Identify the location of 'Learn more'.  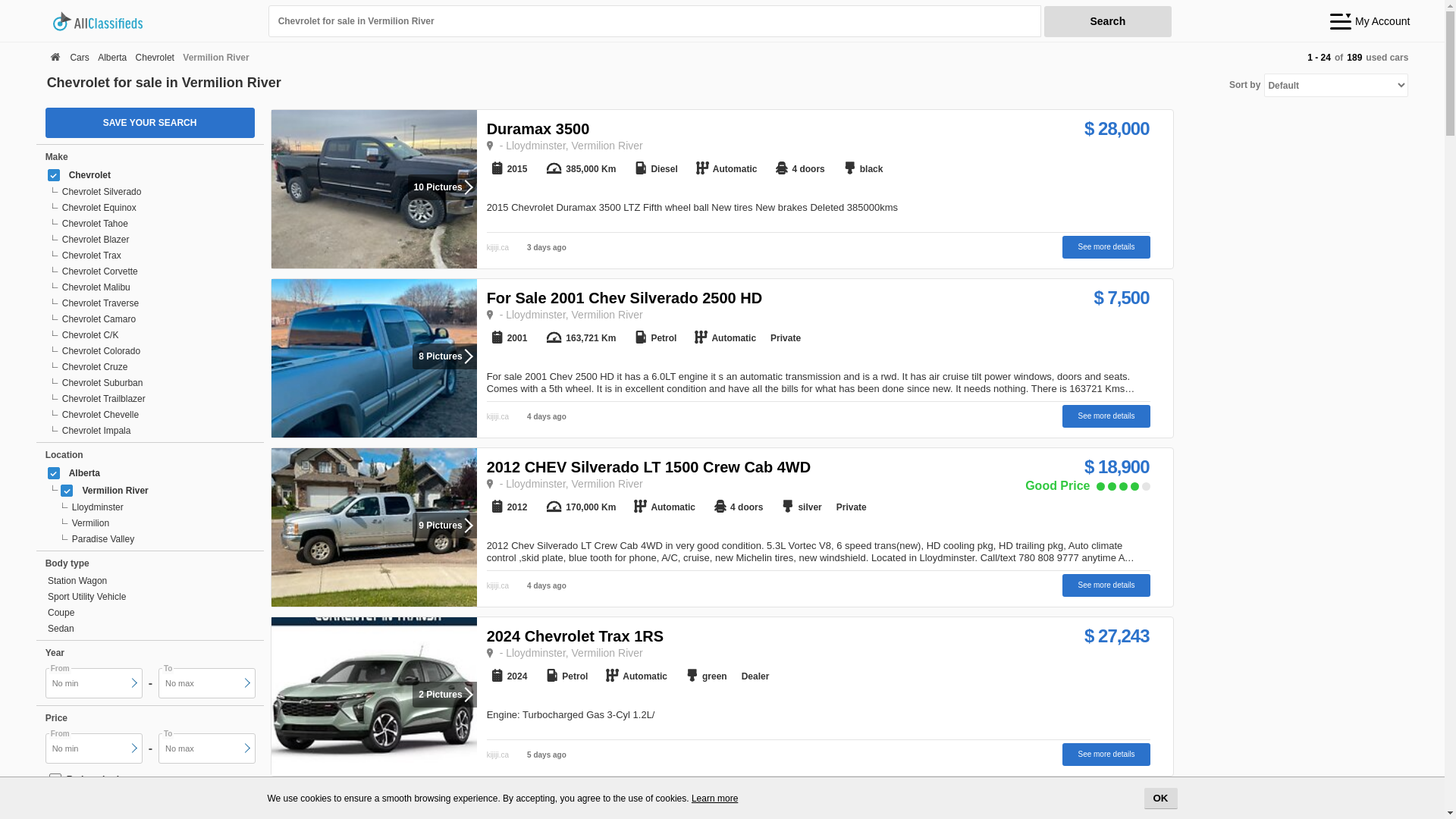
(691, 798).